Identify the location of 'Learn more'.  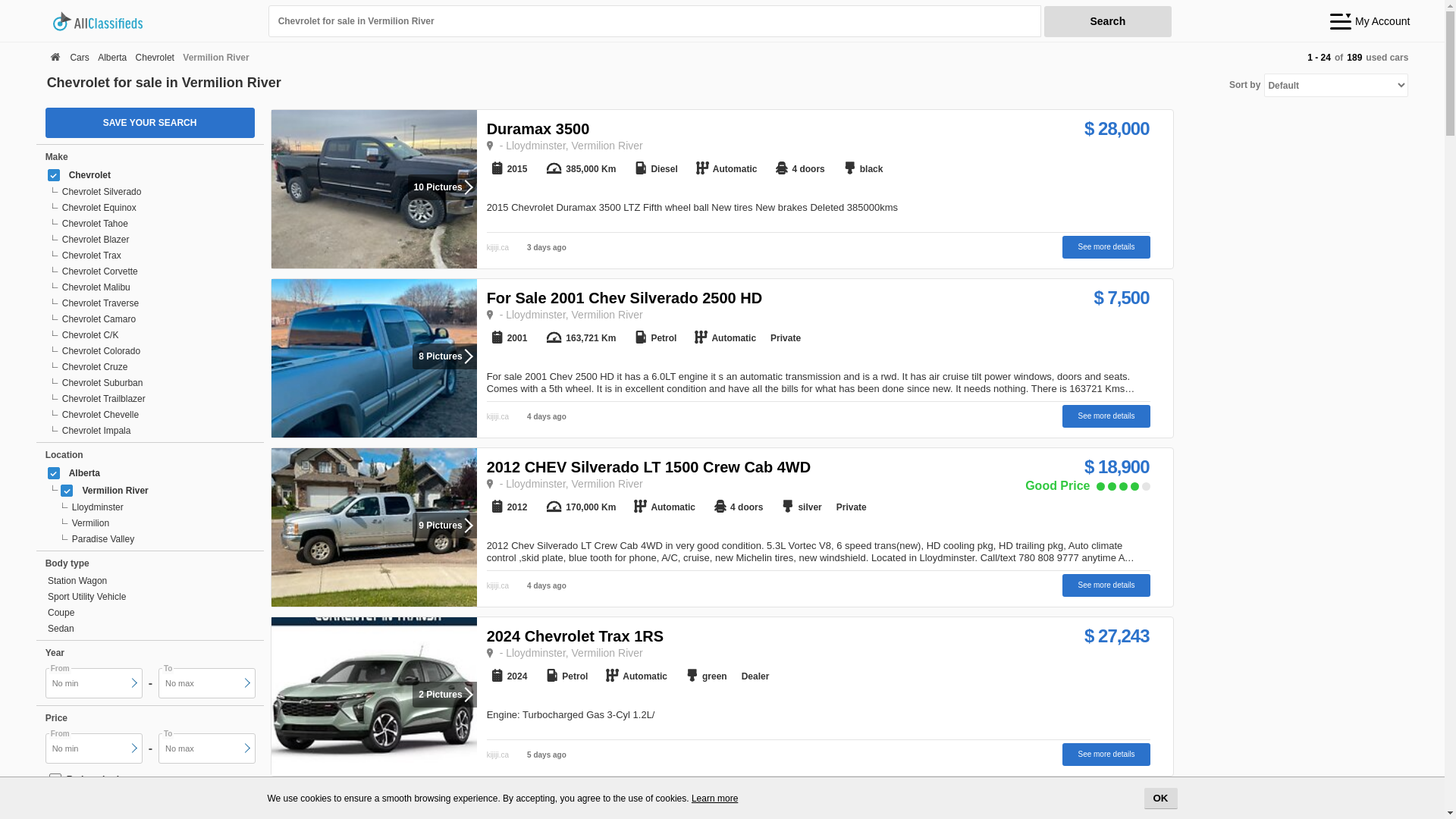
(691, 798).